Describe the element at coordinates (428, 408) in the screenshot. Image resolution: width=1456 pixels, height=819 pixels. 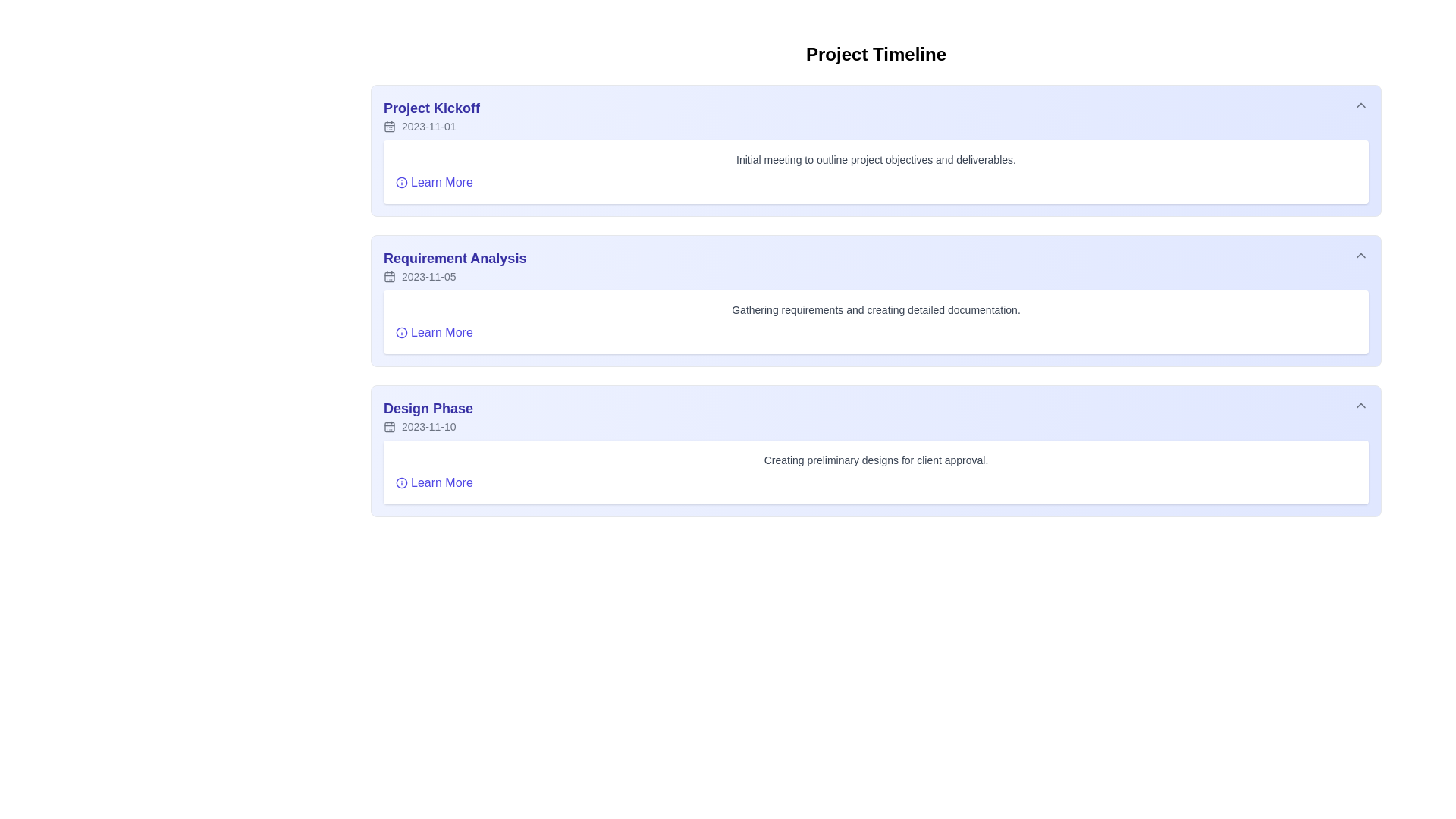
I see `the Text Label that serves as the primary identifier for the 'Design Phase' in the timeline layout` at that location.